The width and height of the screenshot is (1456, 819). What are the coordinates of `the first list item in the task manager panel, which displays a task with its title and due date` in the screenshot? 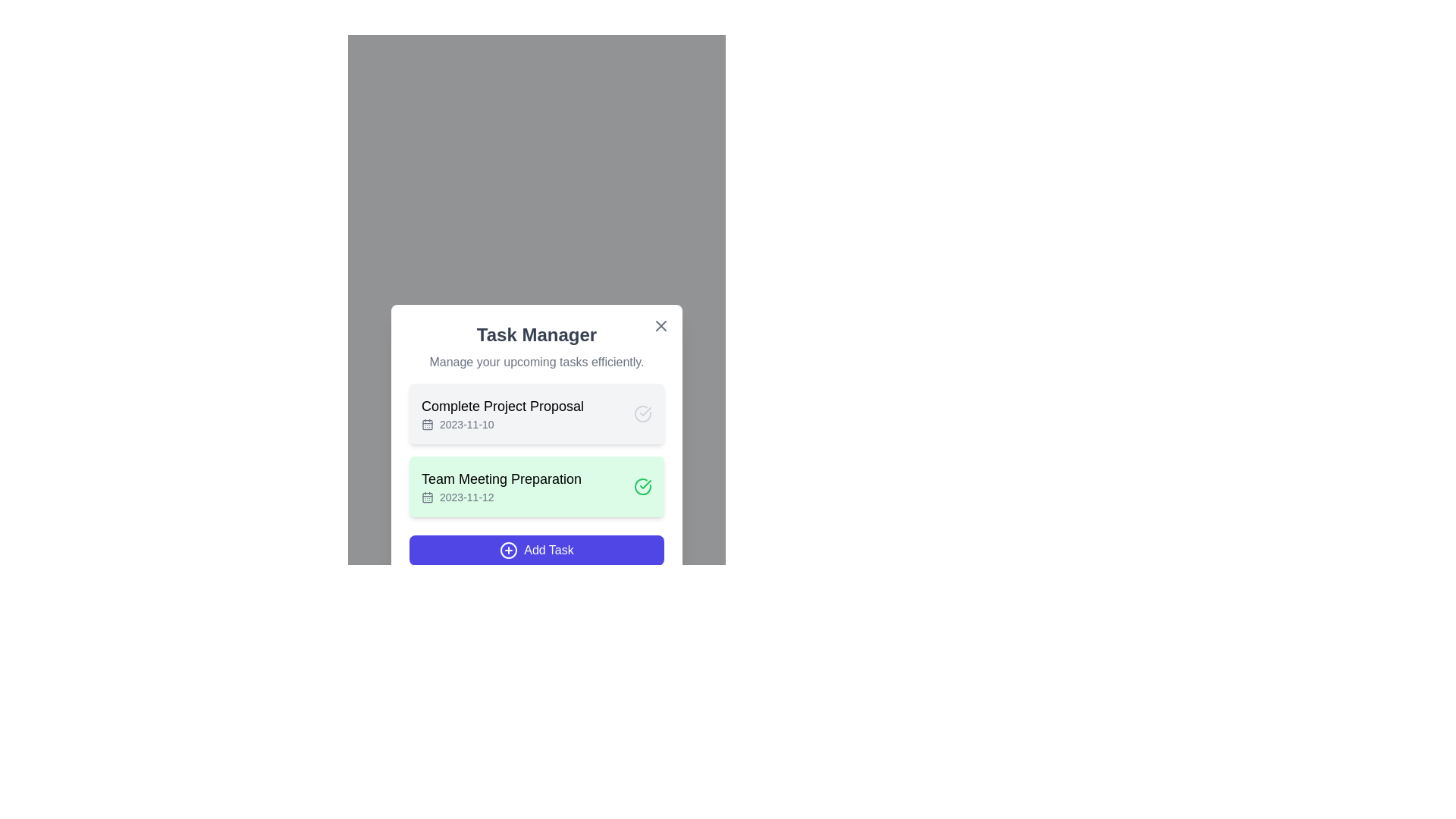 It's located at (502, 414).